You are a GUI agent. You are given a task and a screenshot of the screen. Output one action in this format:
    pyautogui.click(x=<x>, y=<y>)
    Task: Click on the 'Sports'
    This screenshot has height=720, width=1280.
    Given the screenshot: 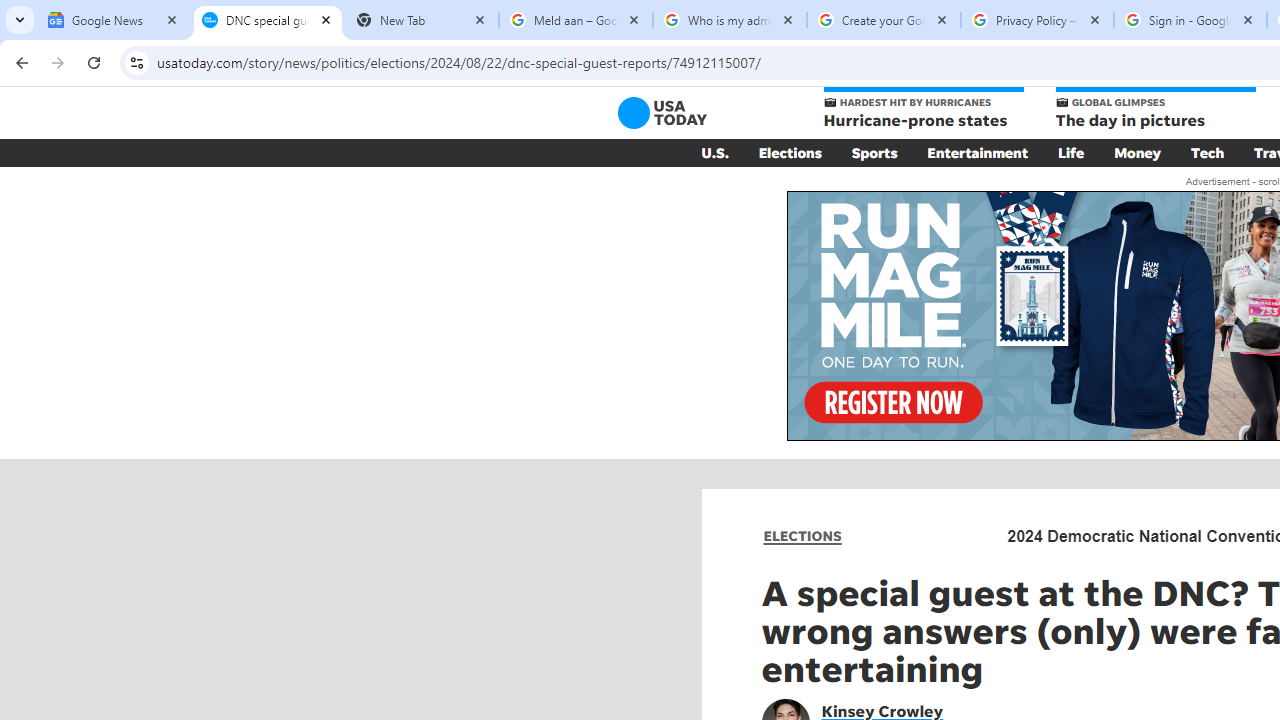 What is the action you would take?
    pyautogui.click(x=874, y=152)
    